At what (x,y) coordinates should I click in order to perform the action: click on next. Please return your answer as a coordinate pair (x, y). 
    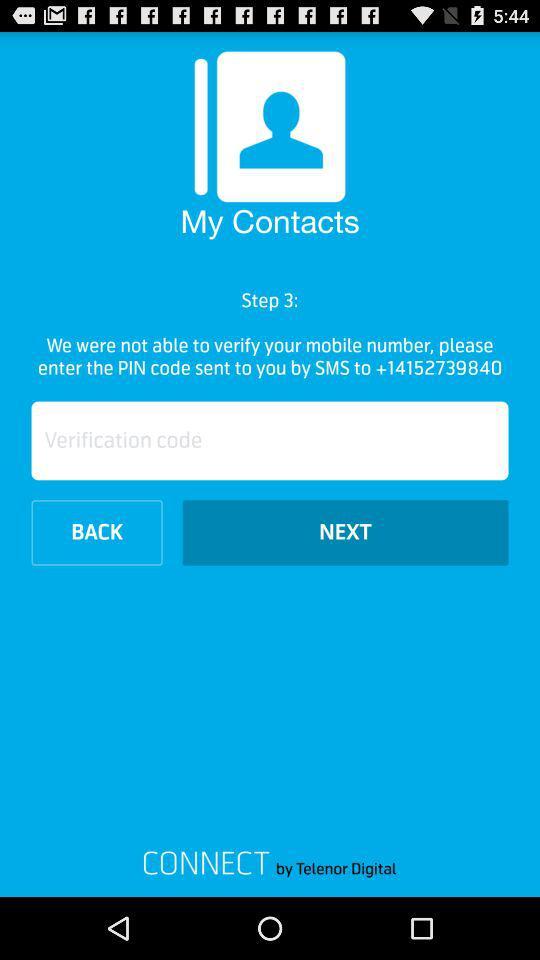
    Looking at the image, I should click on (344, 531).